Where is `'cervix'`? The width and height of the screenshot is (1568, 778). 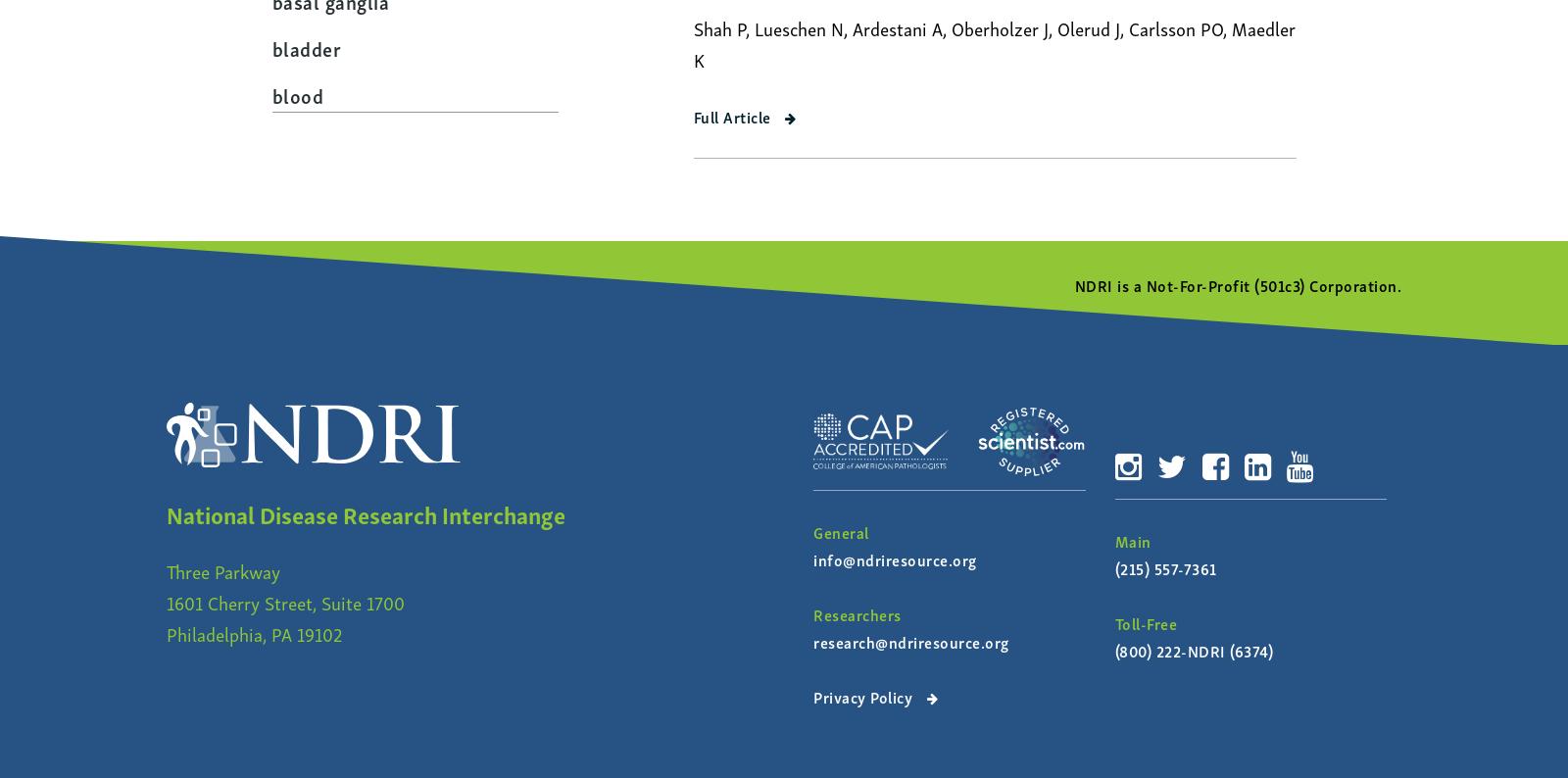 'cervix' is located at coordinates (298, 375).